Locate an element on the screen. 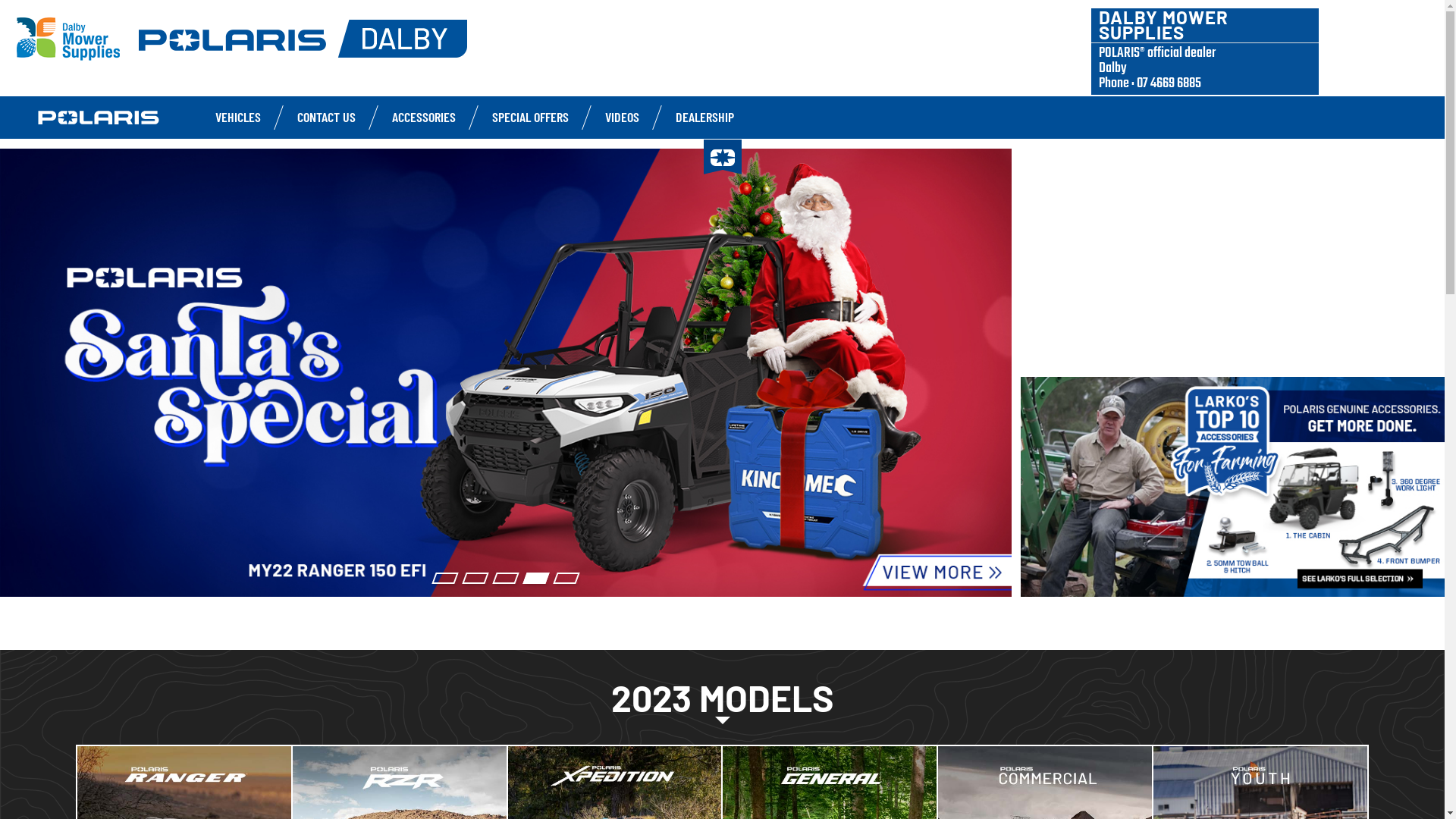 This screenshot has height=819, width=1456. 'VEHICLES' is located at coordinates (214, 116).